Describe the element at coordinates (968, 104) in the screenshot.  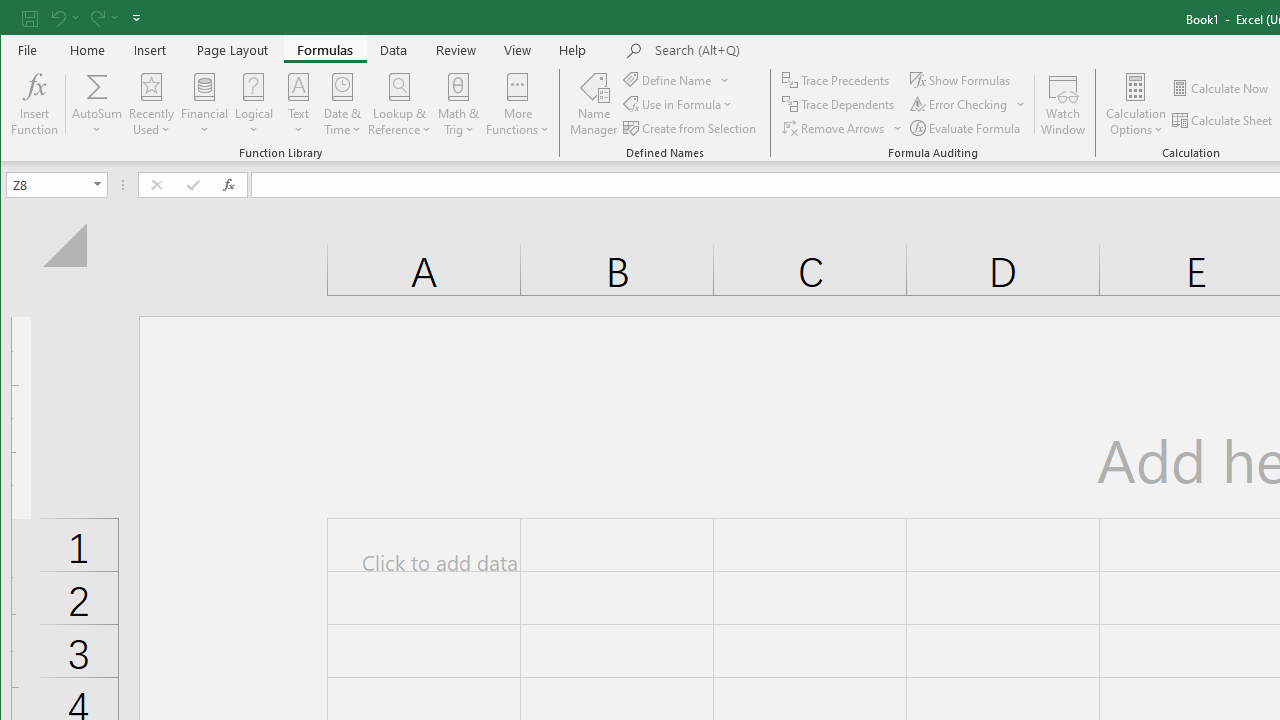
I see `'Error Checking...'` at that location.